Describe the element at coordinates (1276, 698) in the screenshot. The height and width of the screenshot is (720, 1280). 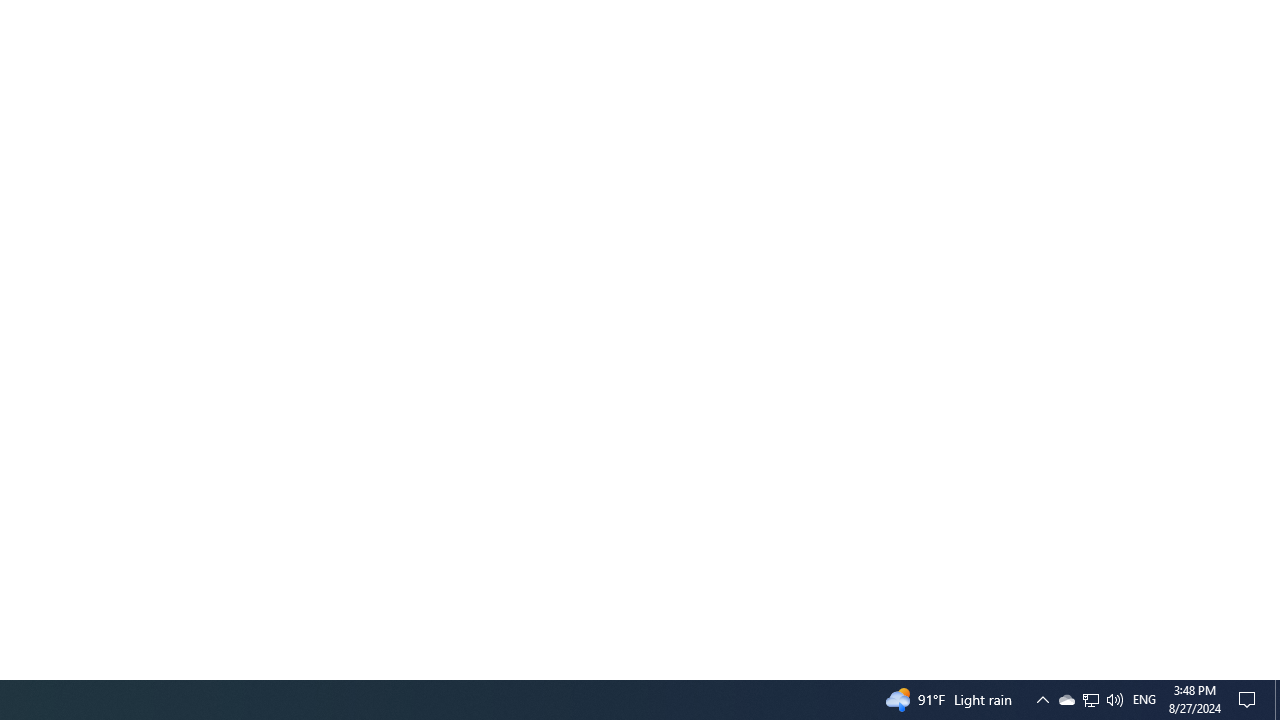
I see `'Show desktop'` at that location.